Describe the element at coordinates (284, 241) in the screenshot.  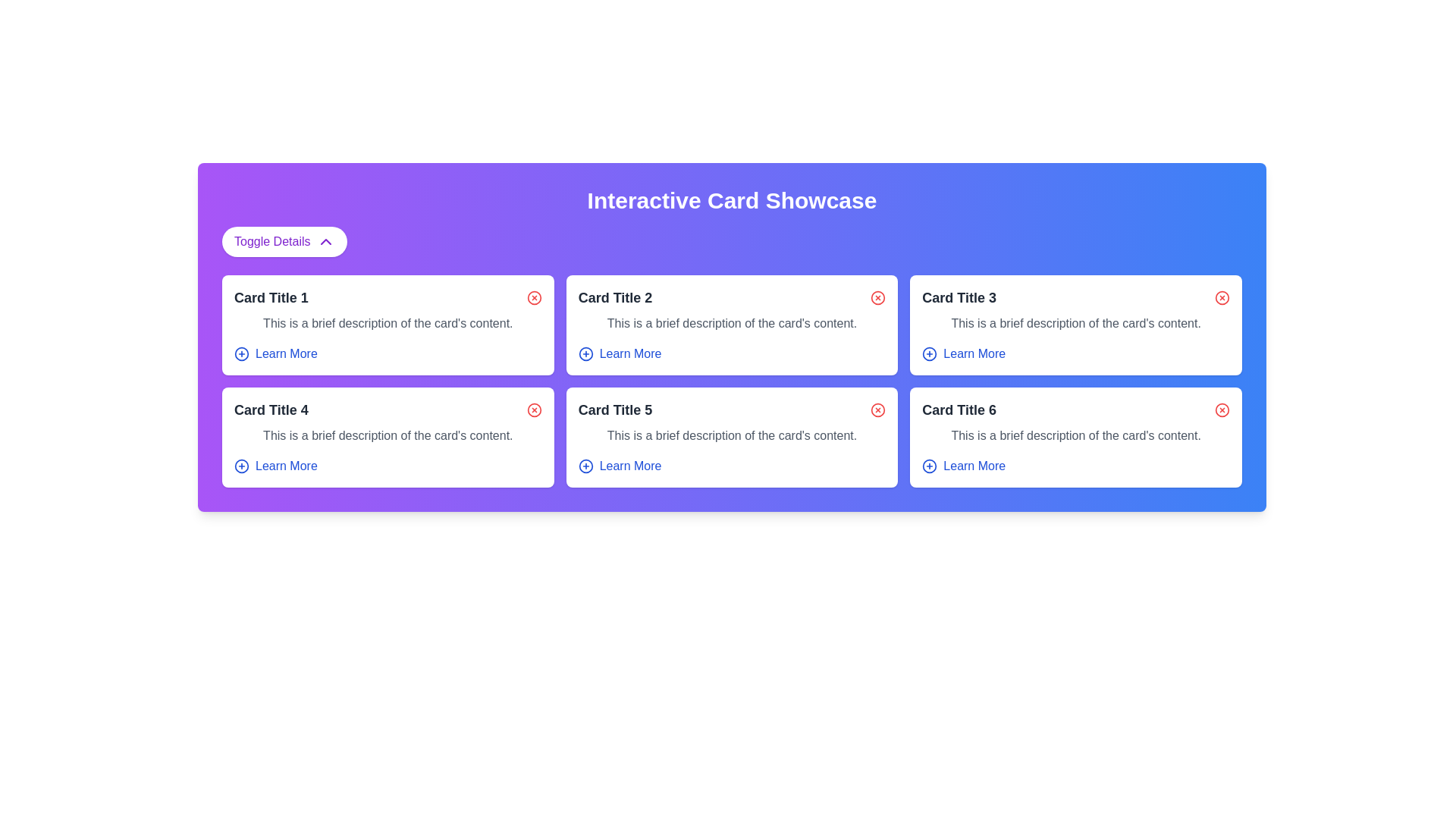
I see `the button that toggles the visibility of additional information in the current UI section` at that location.